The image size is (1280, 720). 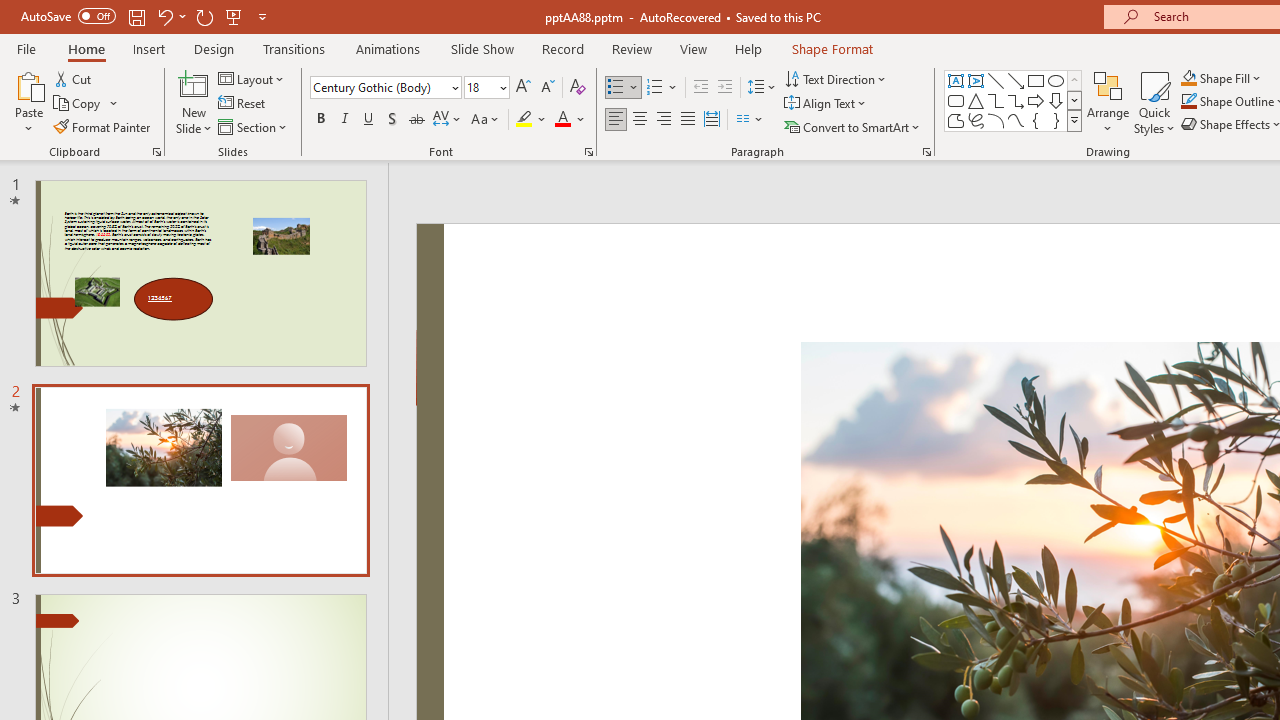 I want to click on 'Arrange', so click(x=1107, y=103).